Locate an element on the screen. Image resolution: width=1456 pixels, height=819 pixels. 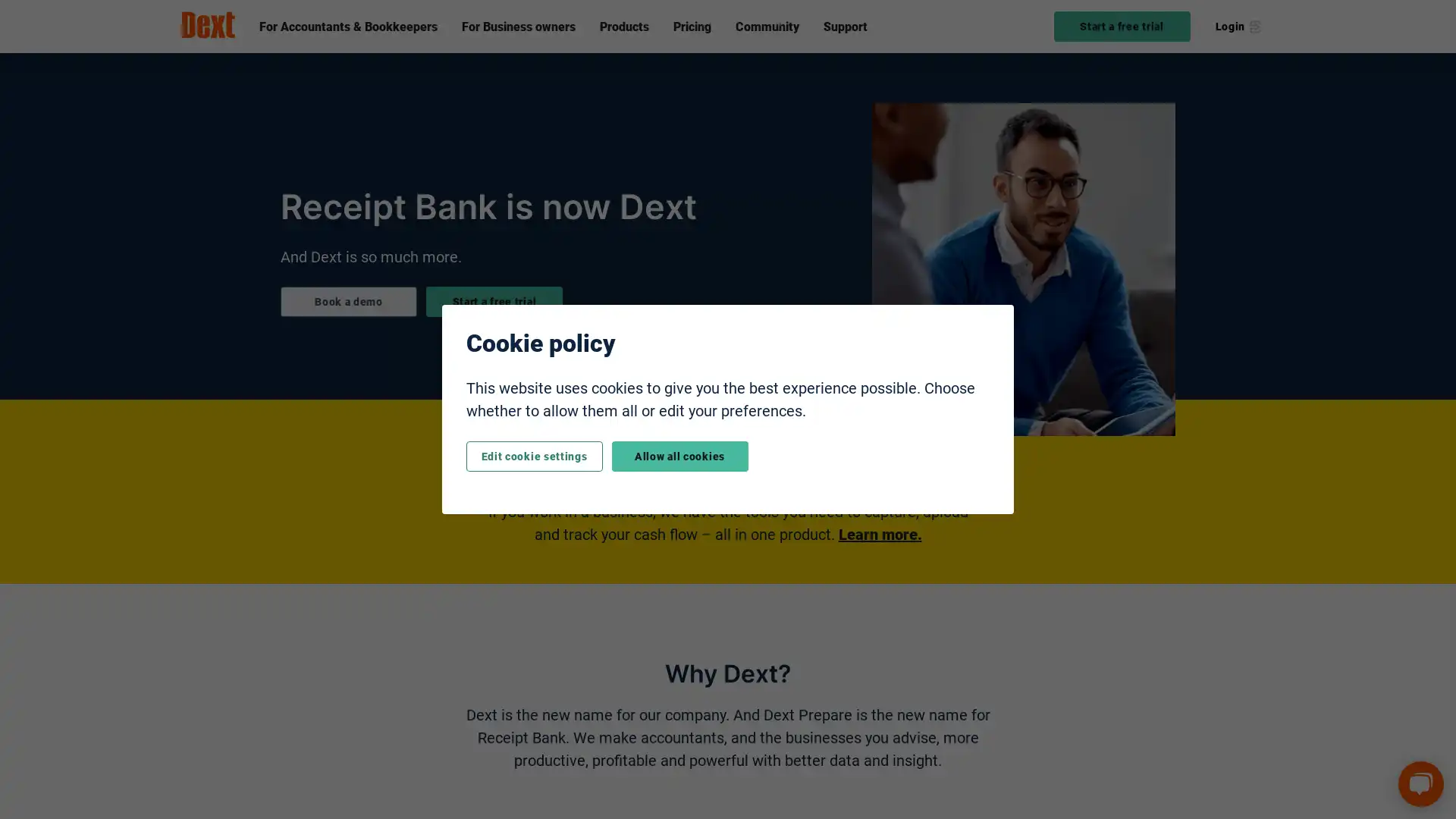
Allow all cookies is located at coordinates (679, 455).